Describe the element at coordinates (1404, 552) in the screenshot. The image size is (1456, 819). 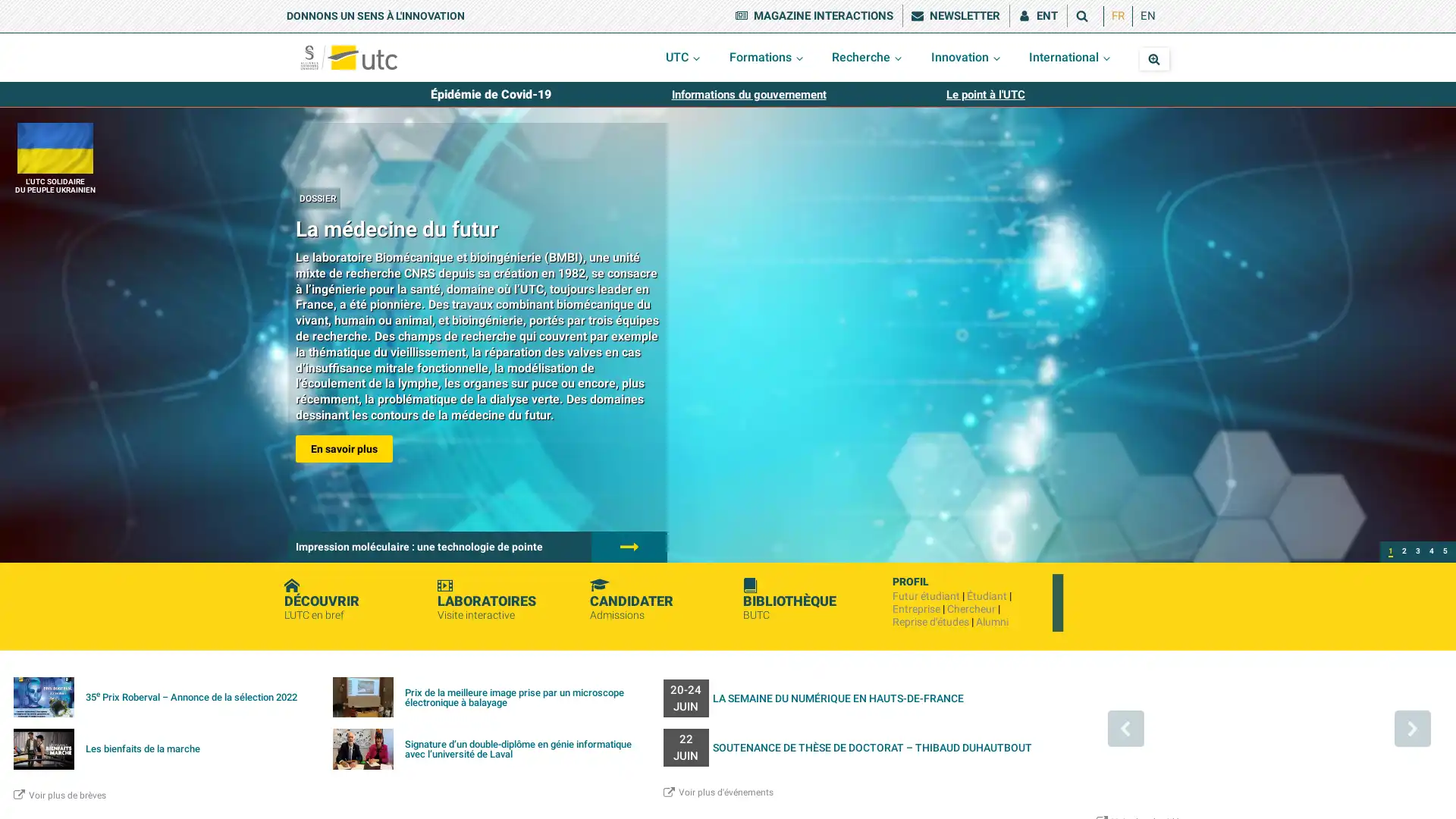
I see `Impression moleculaire : une technologie de pointe` at that location.